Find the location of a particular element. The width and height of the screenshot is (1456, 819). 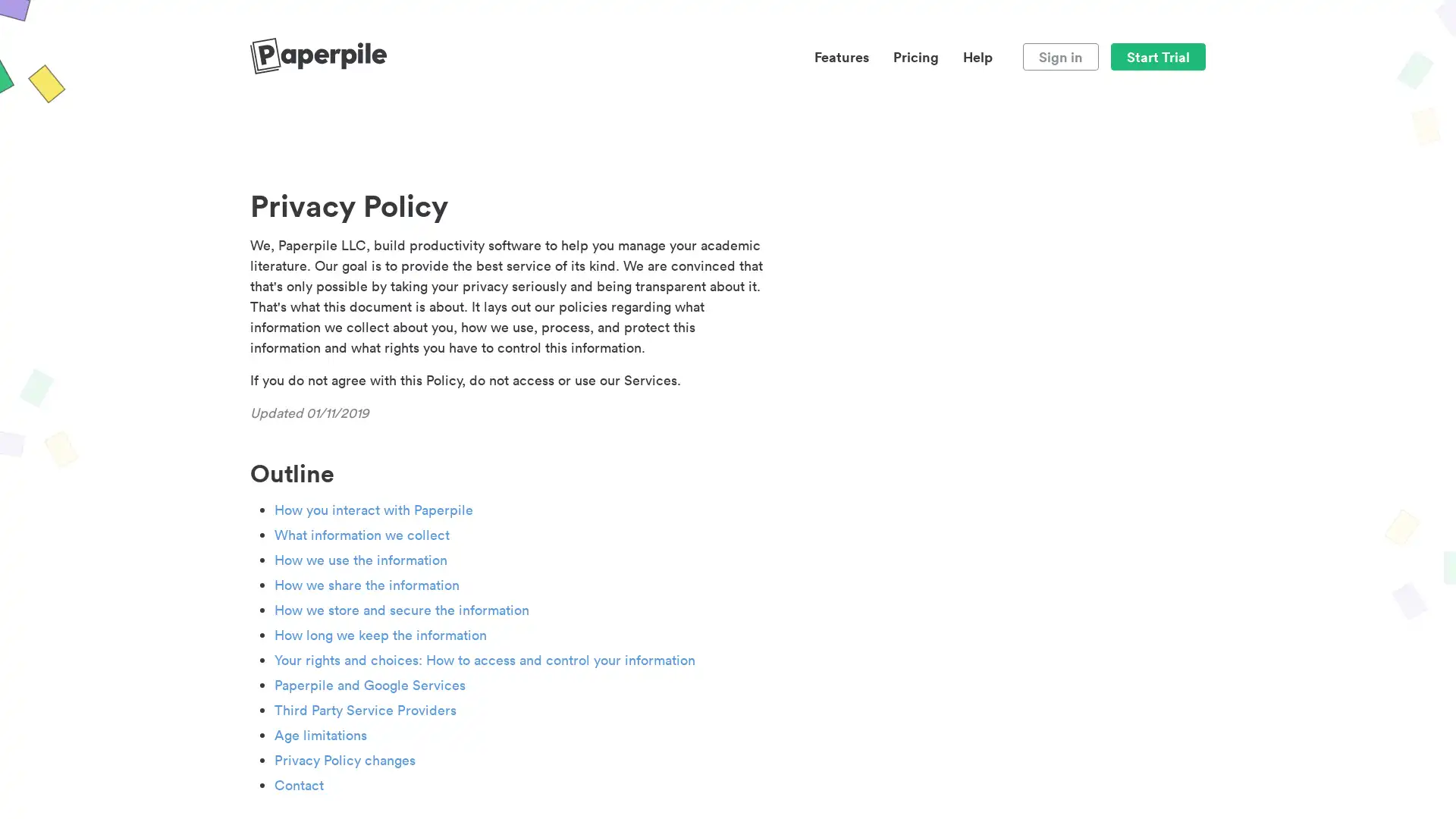

Start Trial is located at coordinates (1157, 55).